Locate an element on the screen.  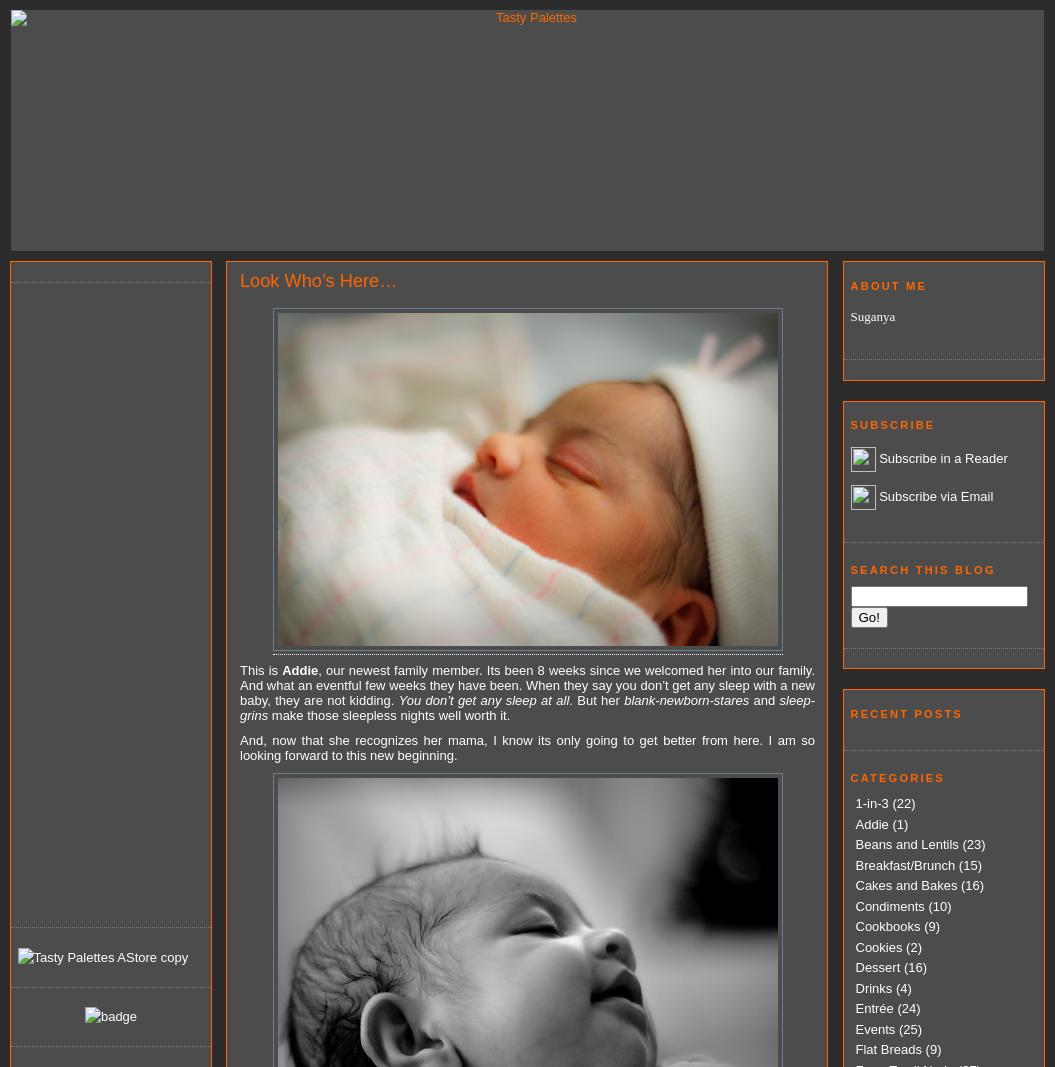
'Beans and Lentils' is located at coordinates (905, 843).